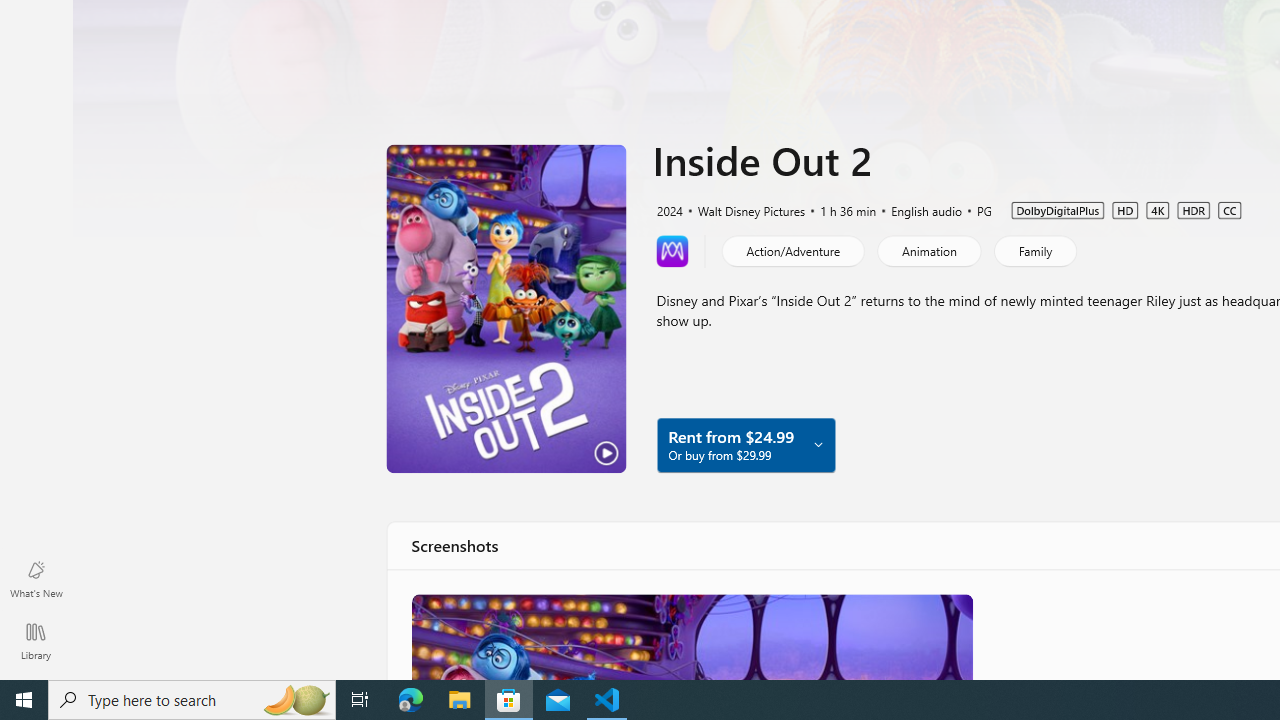 This screenshot has width=1280, height=720. Describe the element at coordinates (1034, 249) in the screenshot. I see `'Family'` at that location.